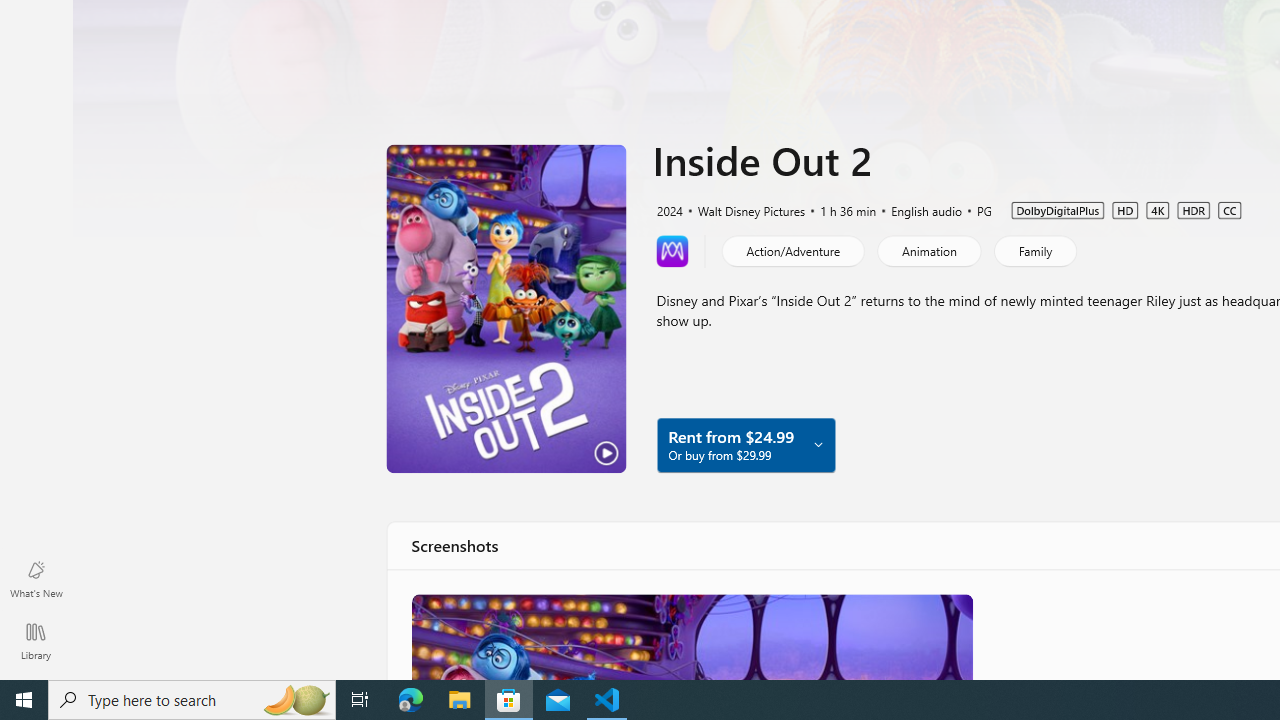 This screenshot has width=1280, height=720. Describe the element at coordinates (1034, 249) in the screenshot. I see `'Family'` at that location.